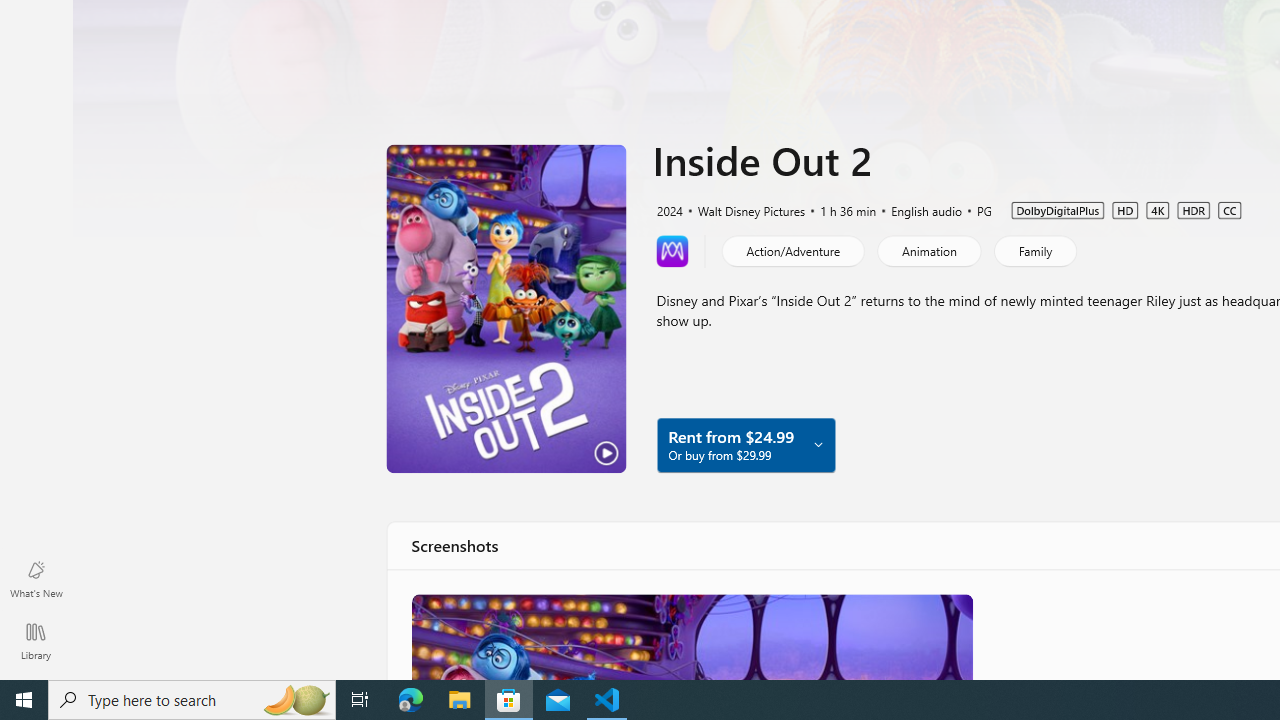 This screenshot has width=1280, height=720. Describe the element at coordinates (1034, 249) in the screenshot. I see `'Family'` at that location.